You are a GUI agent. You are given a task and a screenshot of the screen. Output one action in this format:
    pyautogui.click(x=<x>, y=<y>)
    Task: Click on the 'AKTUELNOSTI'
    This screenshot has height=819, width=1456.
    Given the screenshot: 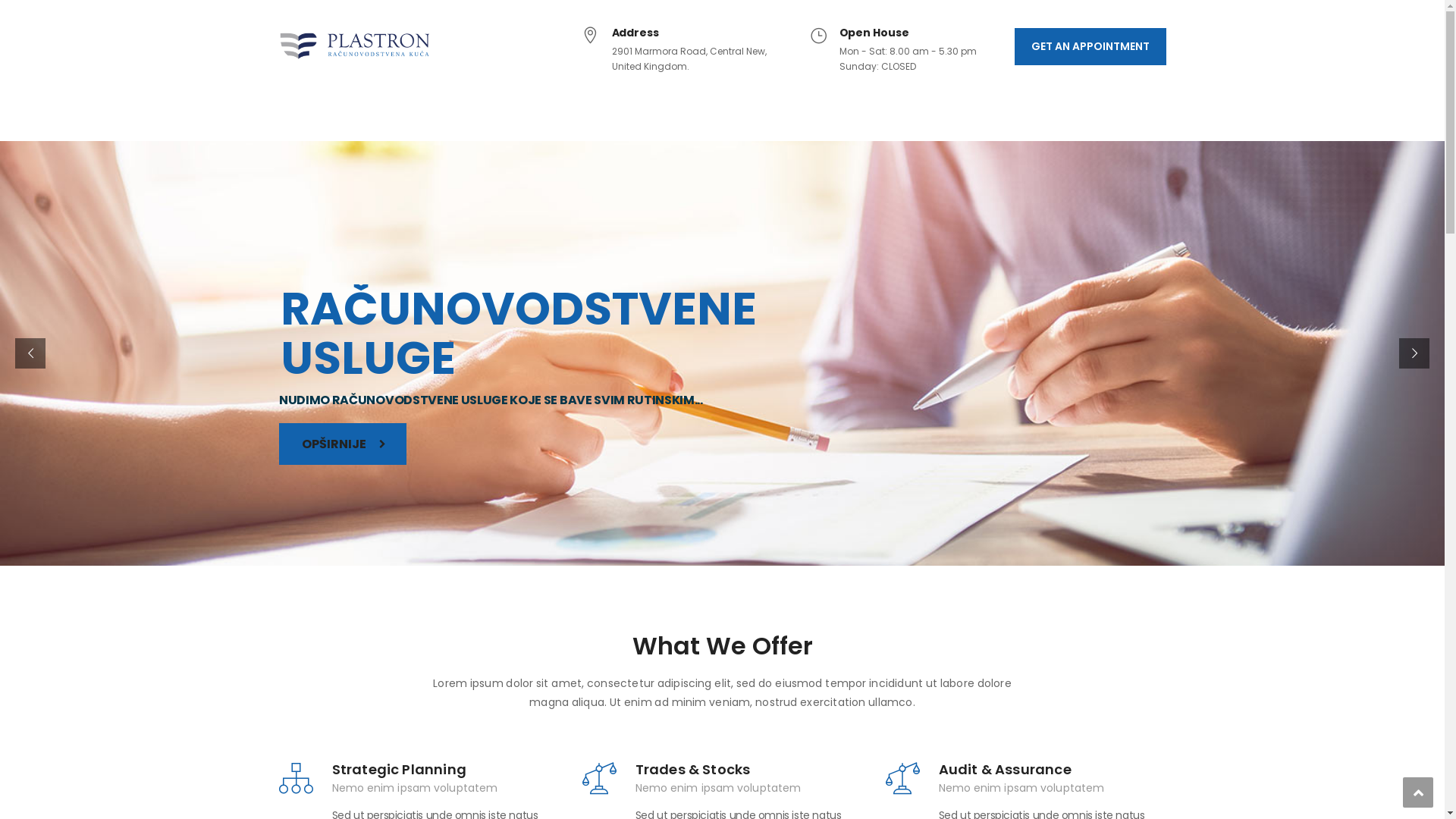 What is the action you would take?
    pyautogui.click(x=679, y=115)
    